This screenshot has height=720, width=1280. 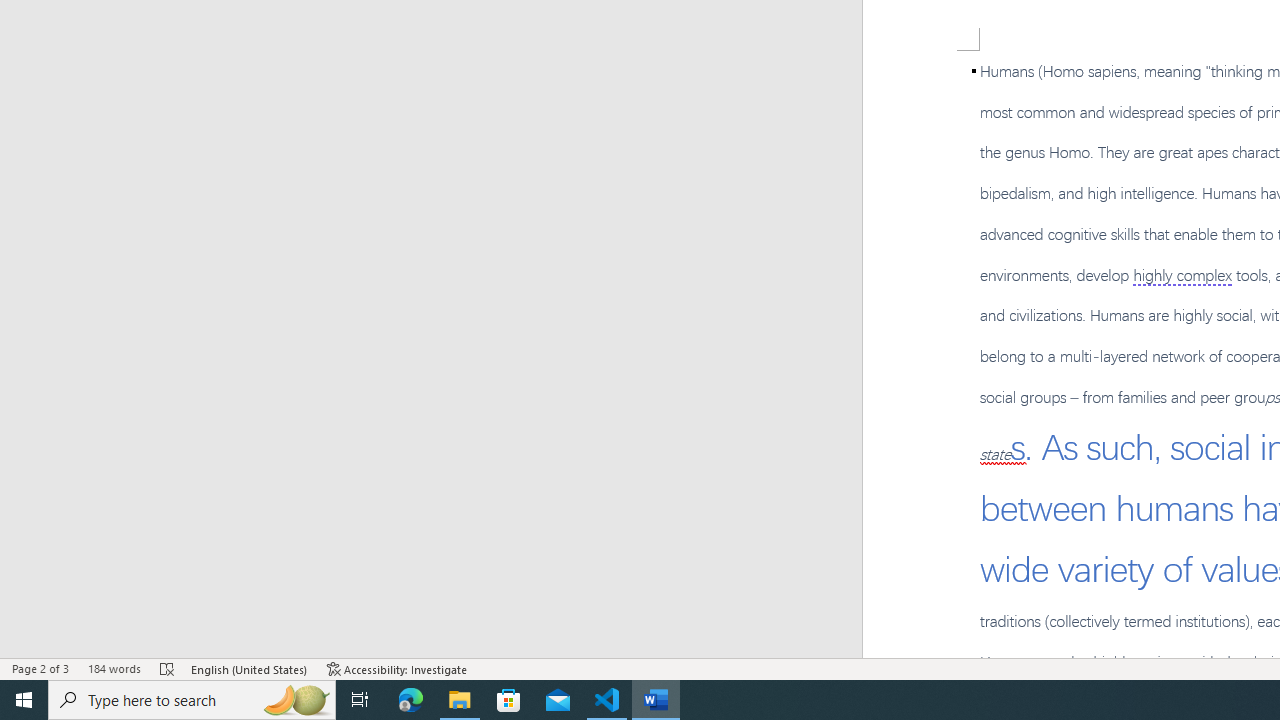 I want to click on 'Word - 1 running window', so click(x=656, y=698).